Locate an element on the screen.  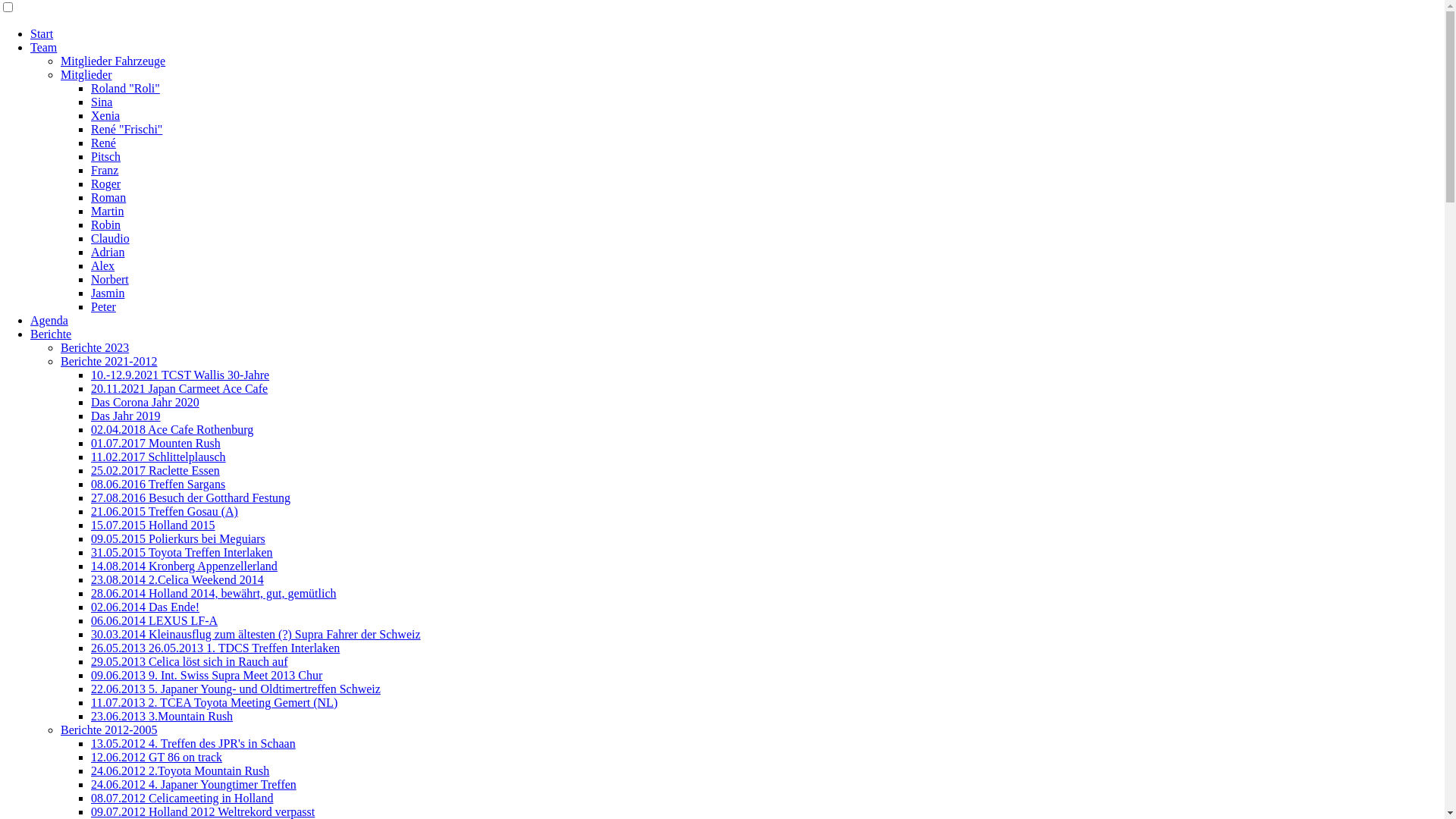
'27.08.2016 Besuch der Gotthard Festung' is located at coordinates (190, 497).